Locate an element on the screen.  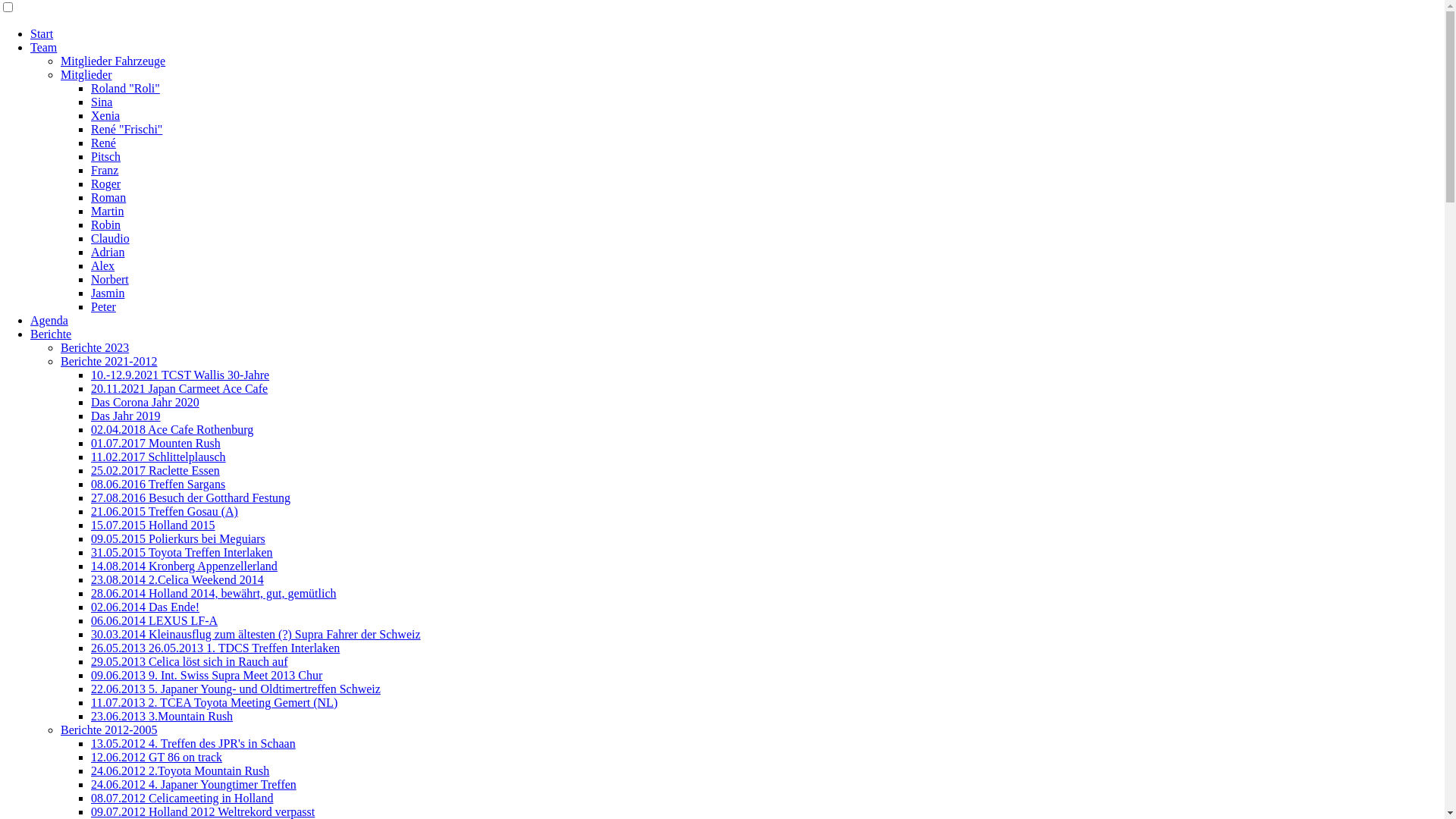
'27.08.2016 Besuch der Gotthard Festung' is located at coordinates (190, 497).